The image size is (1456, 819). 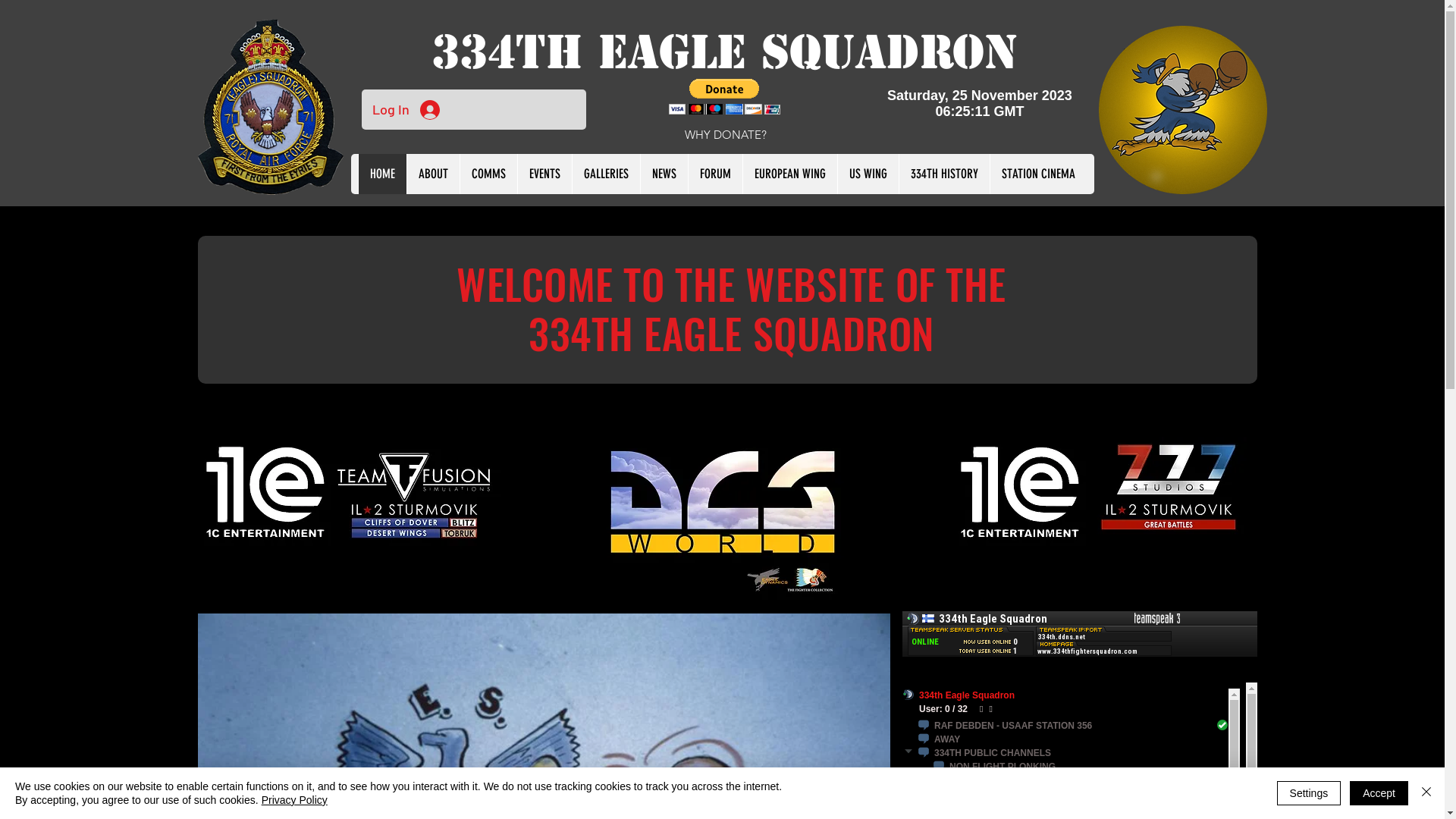 I want to click on 'HOME', so click(x=382, y=173).